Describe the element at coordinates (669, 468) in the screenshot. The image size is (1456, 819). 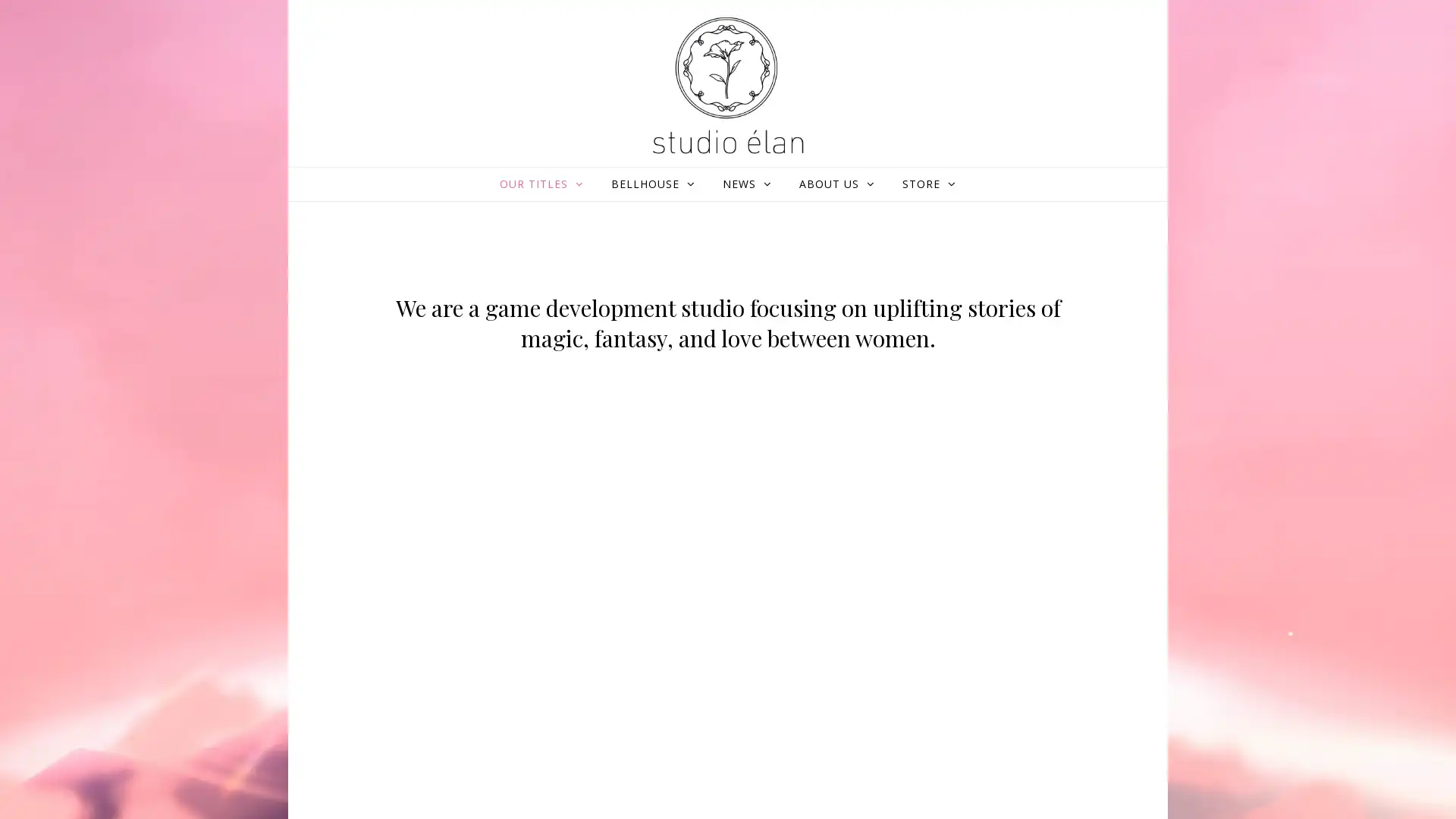
I see `Our Patreon` at that location.